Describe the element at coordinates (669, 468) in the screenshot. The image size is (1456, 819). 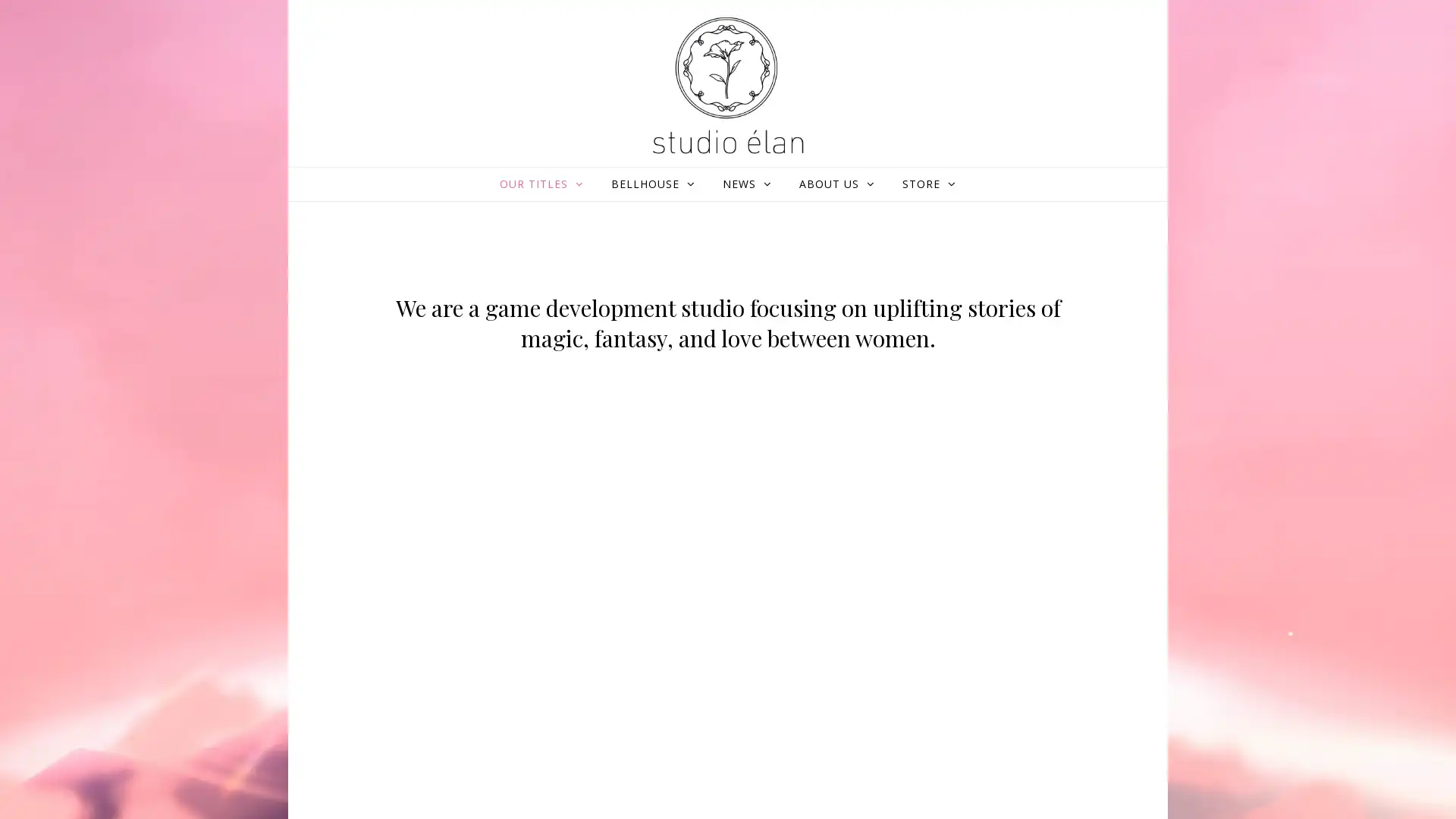
I see `Our Patreon` at that location.